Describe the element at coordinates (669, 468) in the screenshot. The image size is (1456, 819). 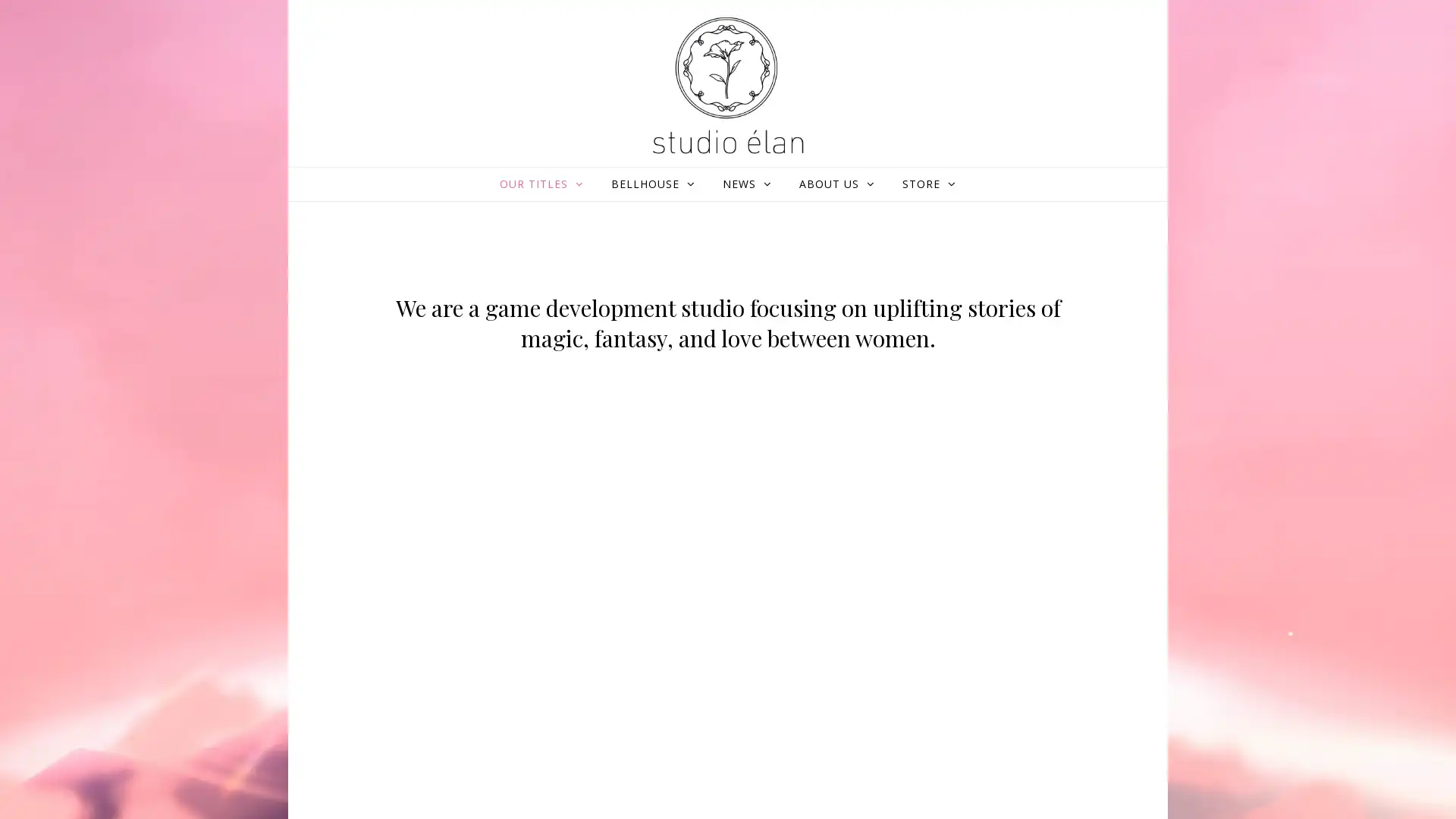
I see `Our Patreon` at that location.